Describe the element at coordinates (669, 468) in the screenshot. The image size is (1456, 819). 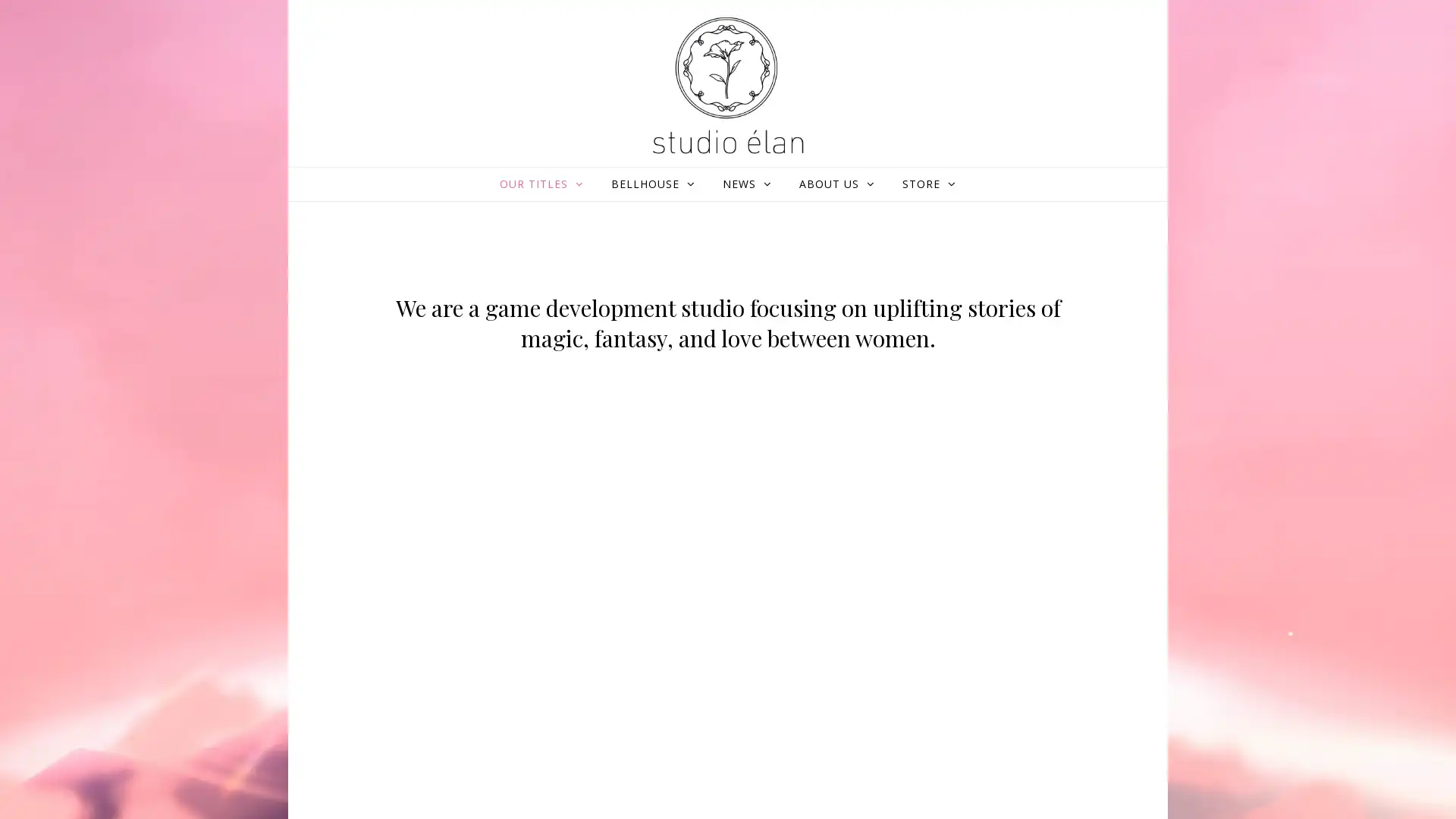
I see `Our Patreon` at that location.